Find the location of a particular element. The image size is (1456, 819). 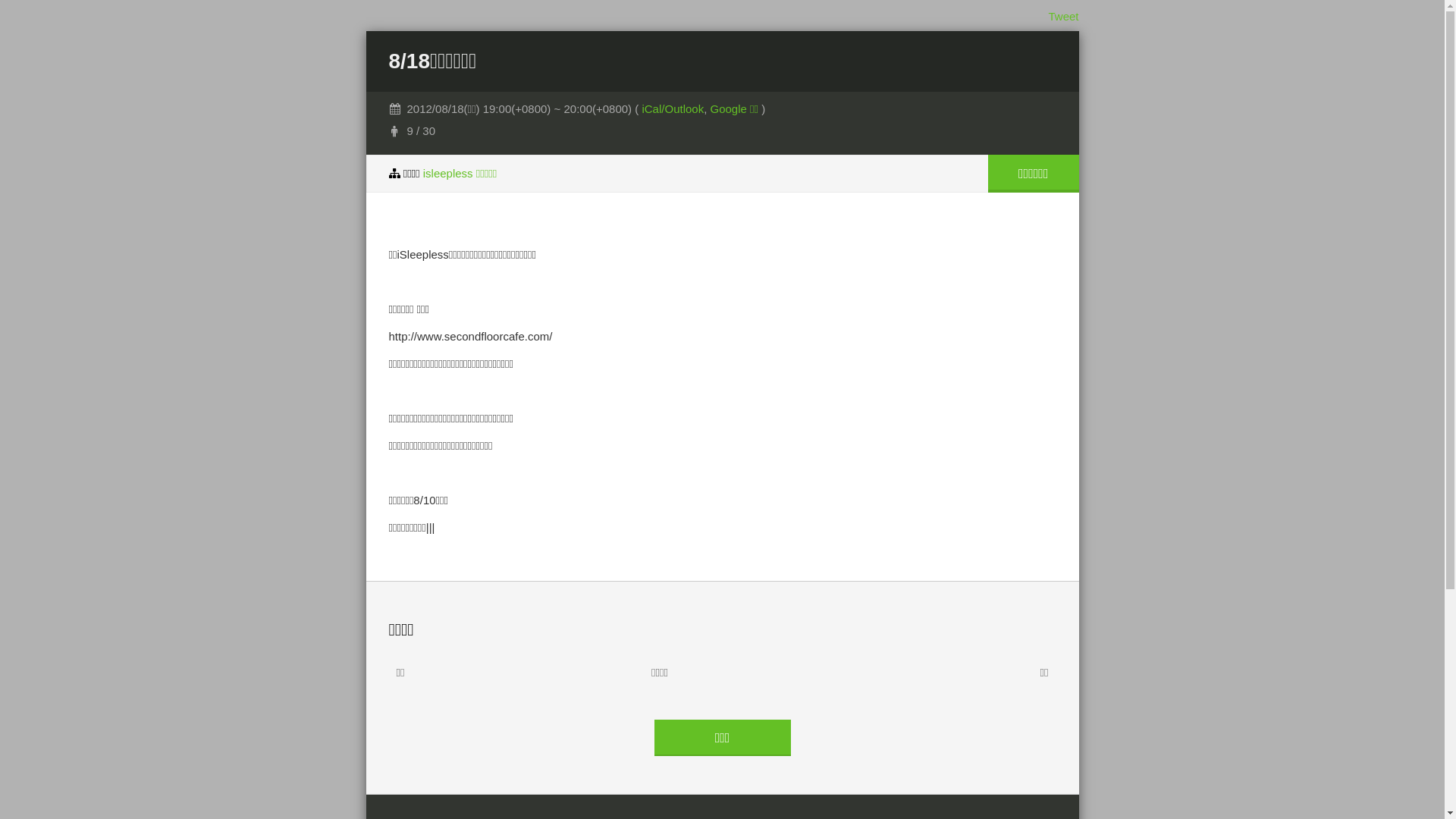

'iCal/Outlook' is located at coordinates (672, 108).